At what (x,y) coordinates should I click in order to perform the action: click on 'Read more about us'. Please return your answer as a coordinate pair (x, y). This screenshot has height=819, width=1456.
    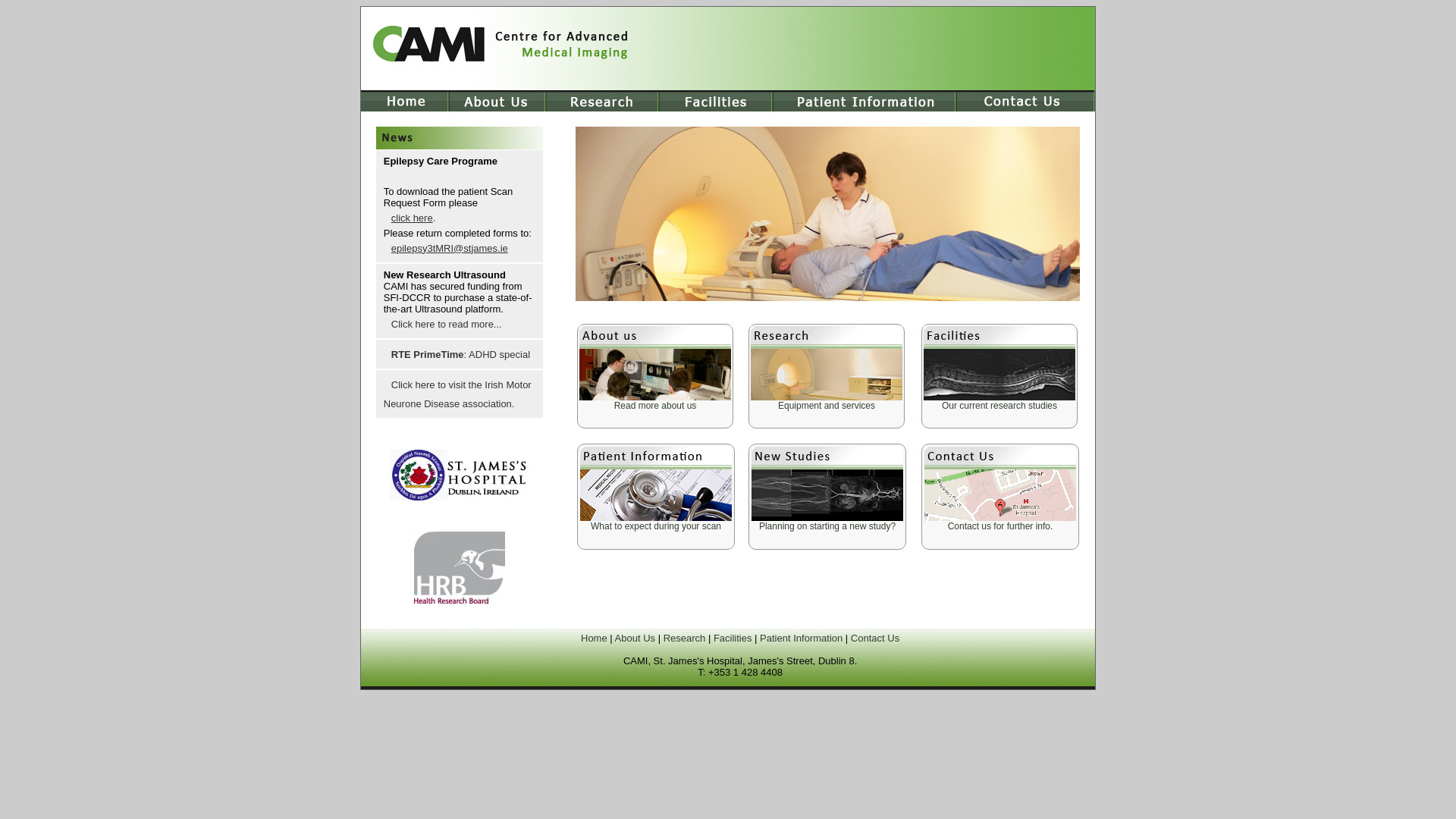
    Looking at the image, I should click on (614, 405).